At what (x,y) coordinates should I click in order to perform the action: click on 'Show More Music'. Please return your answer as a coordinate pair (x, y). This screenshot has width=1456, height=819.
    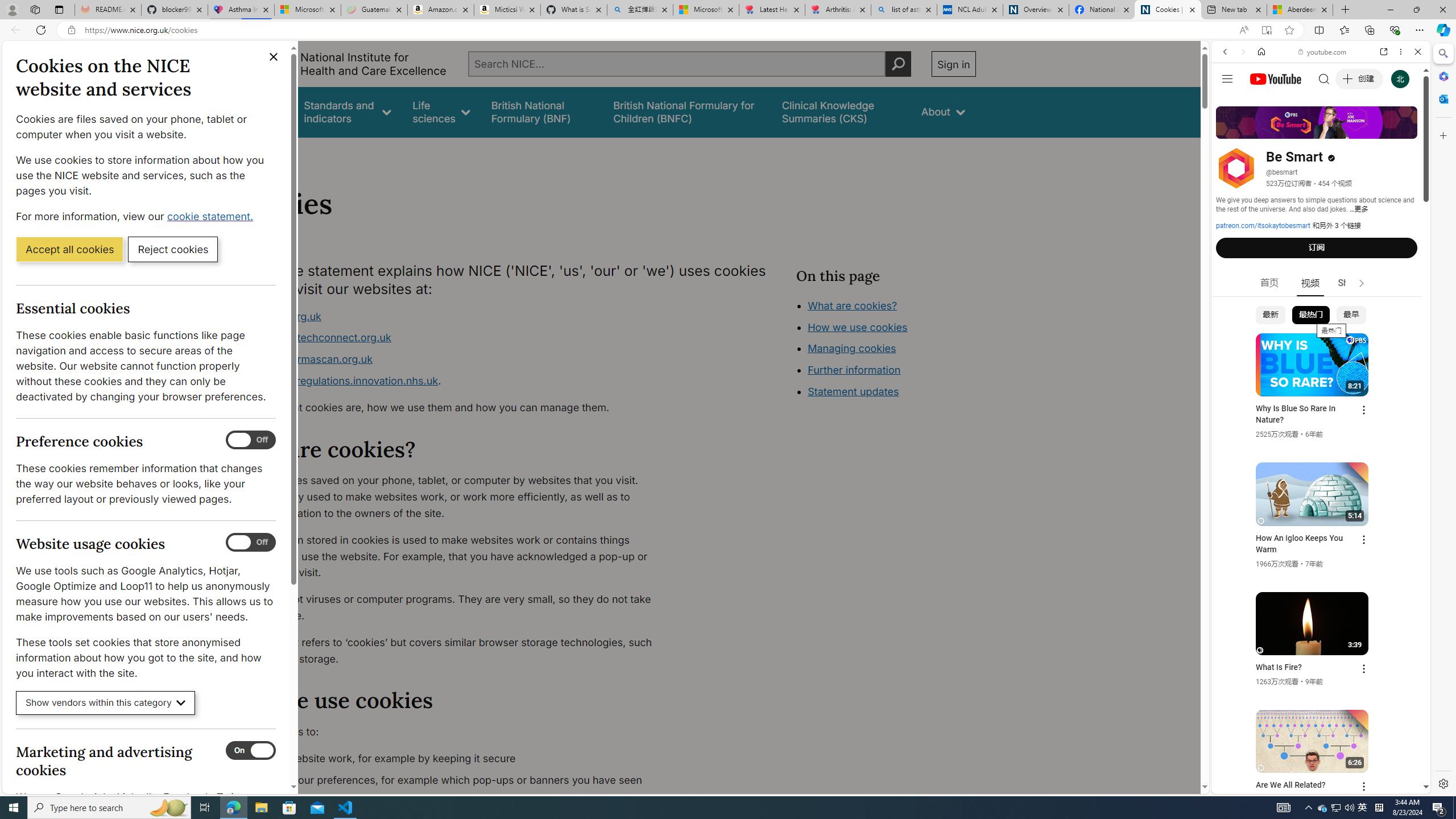
    Looking at the image, I should click on (1389, 310).